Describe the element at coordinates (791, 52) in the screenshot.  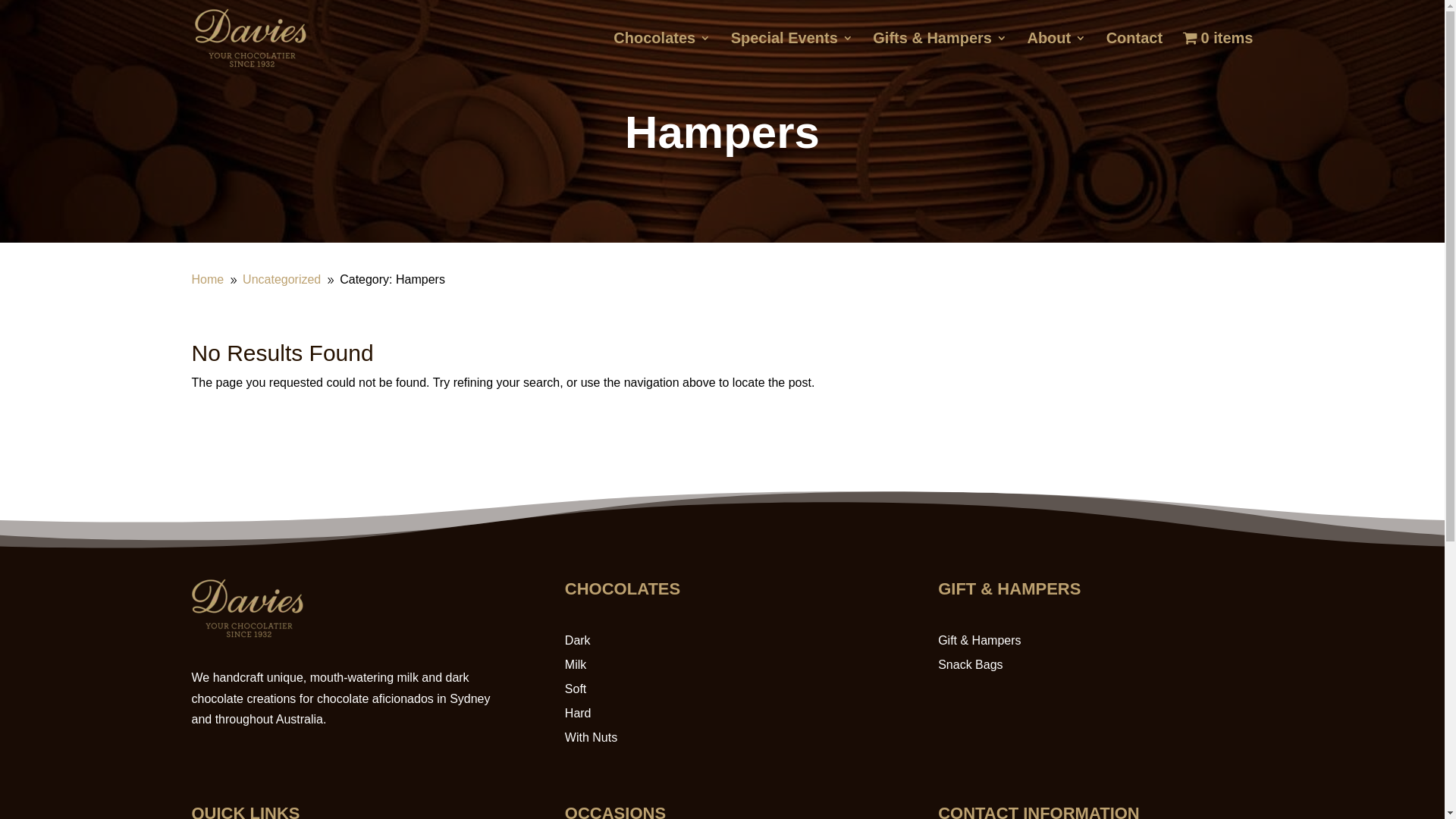
I see `'Special Events'` at that location.